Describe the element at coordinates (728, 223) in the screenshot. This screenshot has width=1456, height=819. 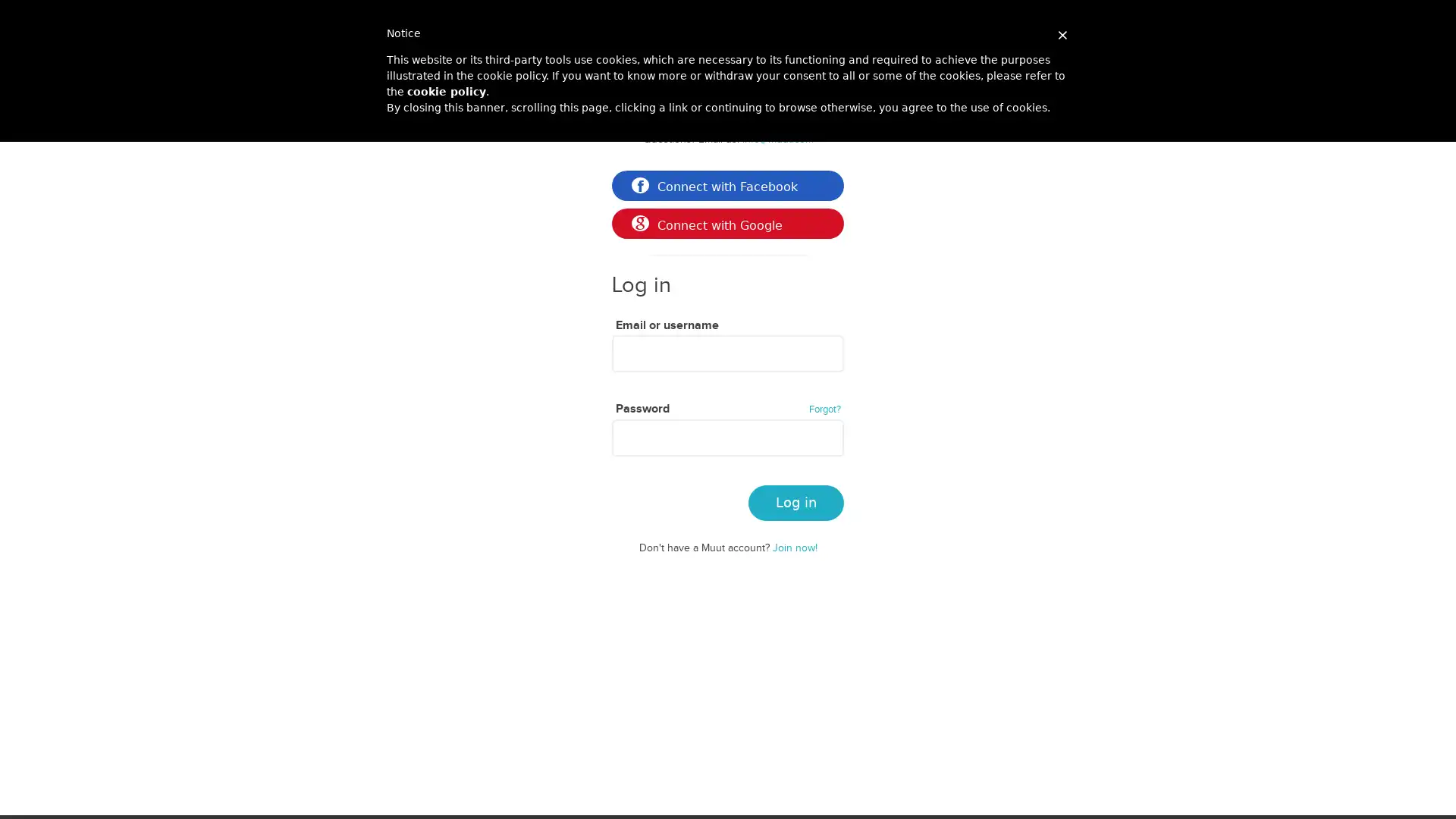
I see `J Connect with Google` at that location.